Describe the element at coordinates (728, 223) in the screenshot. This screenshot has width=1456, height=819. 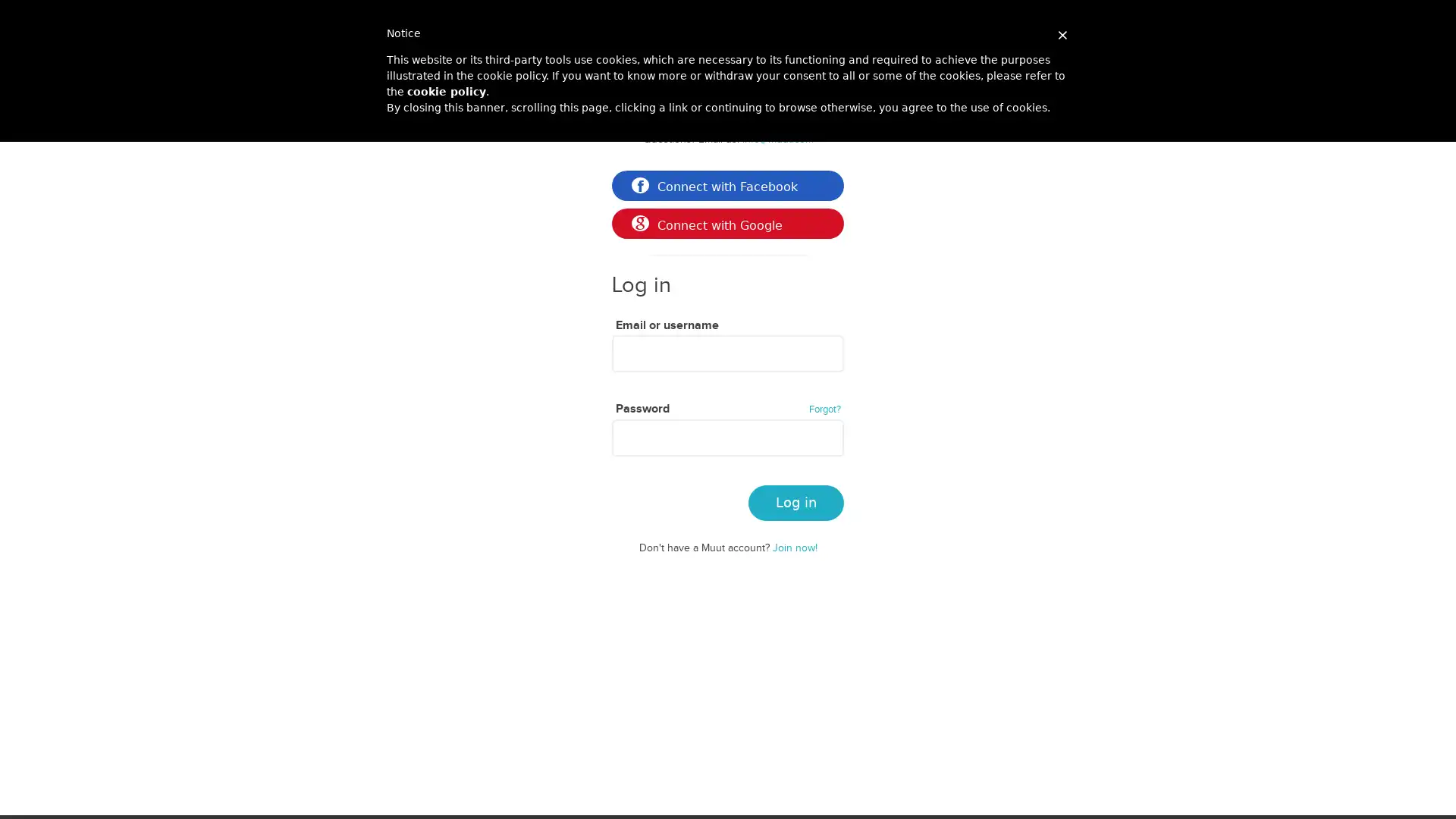
I see `J Connect with Google` at that location.